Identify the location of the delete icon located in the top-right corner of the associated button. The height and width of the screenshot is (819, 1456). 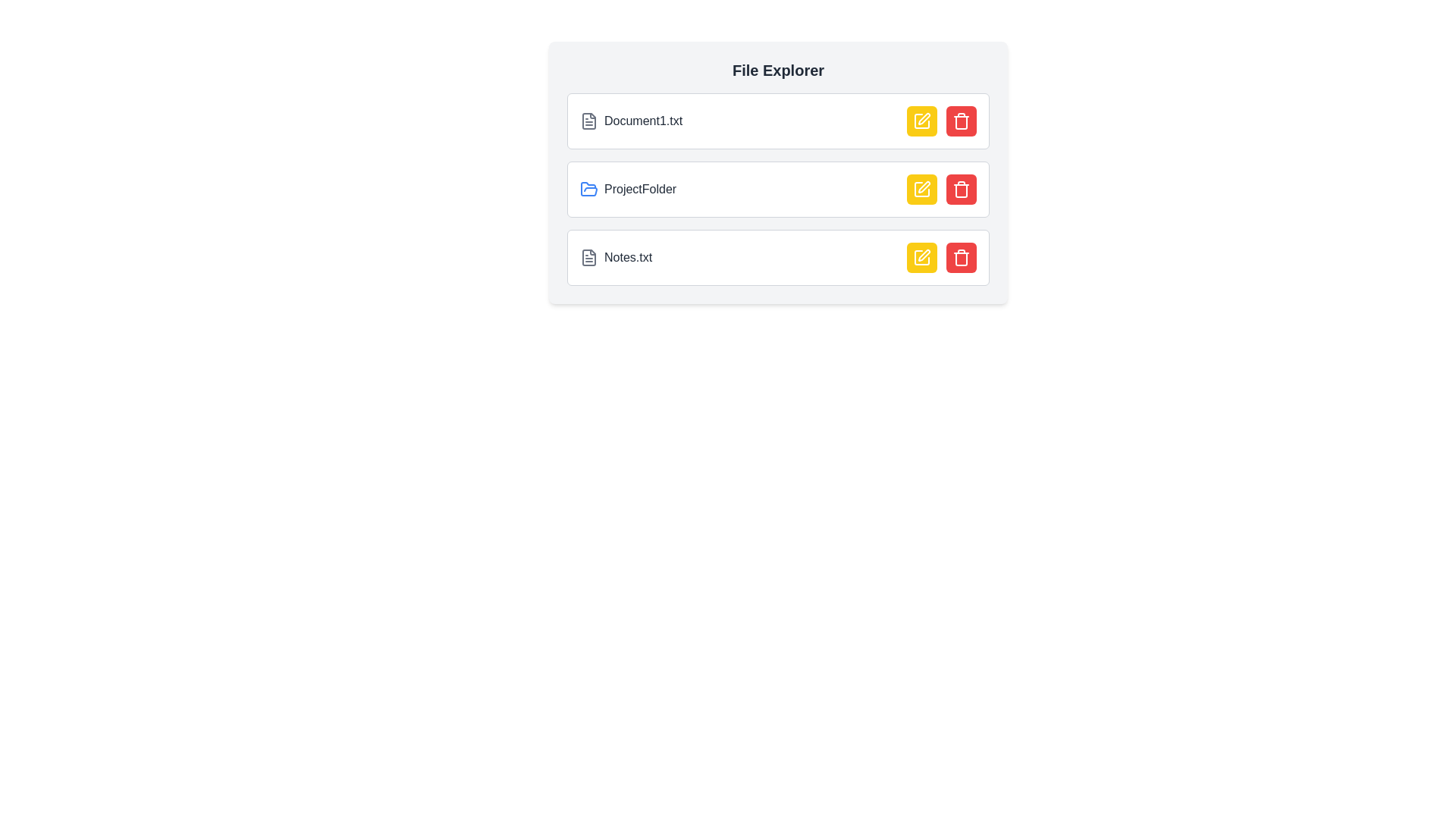
(960, 256).